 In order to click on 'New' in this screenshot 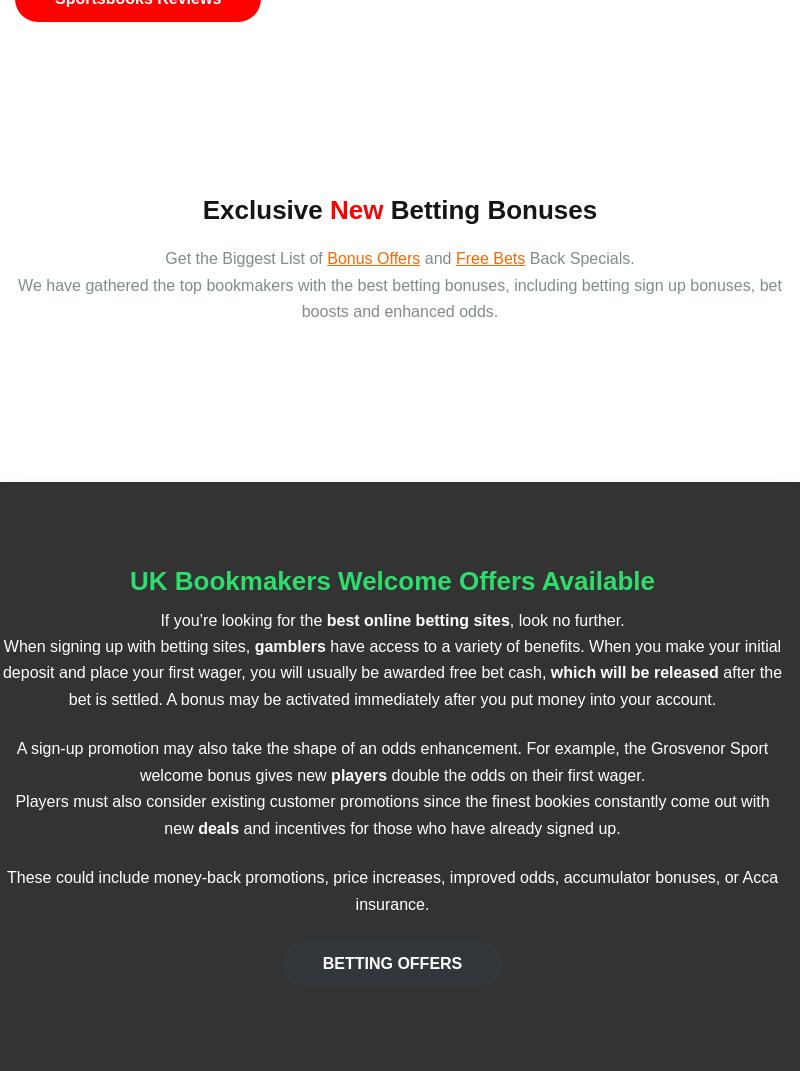, I will do `click(356, 209)`.